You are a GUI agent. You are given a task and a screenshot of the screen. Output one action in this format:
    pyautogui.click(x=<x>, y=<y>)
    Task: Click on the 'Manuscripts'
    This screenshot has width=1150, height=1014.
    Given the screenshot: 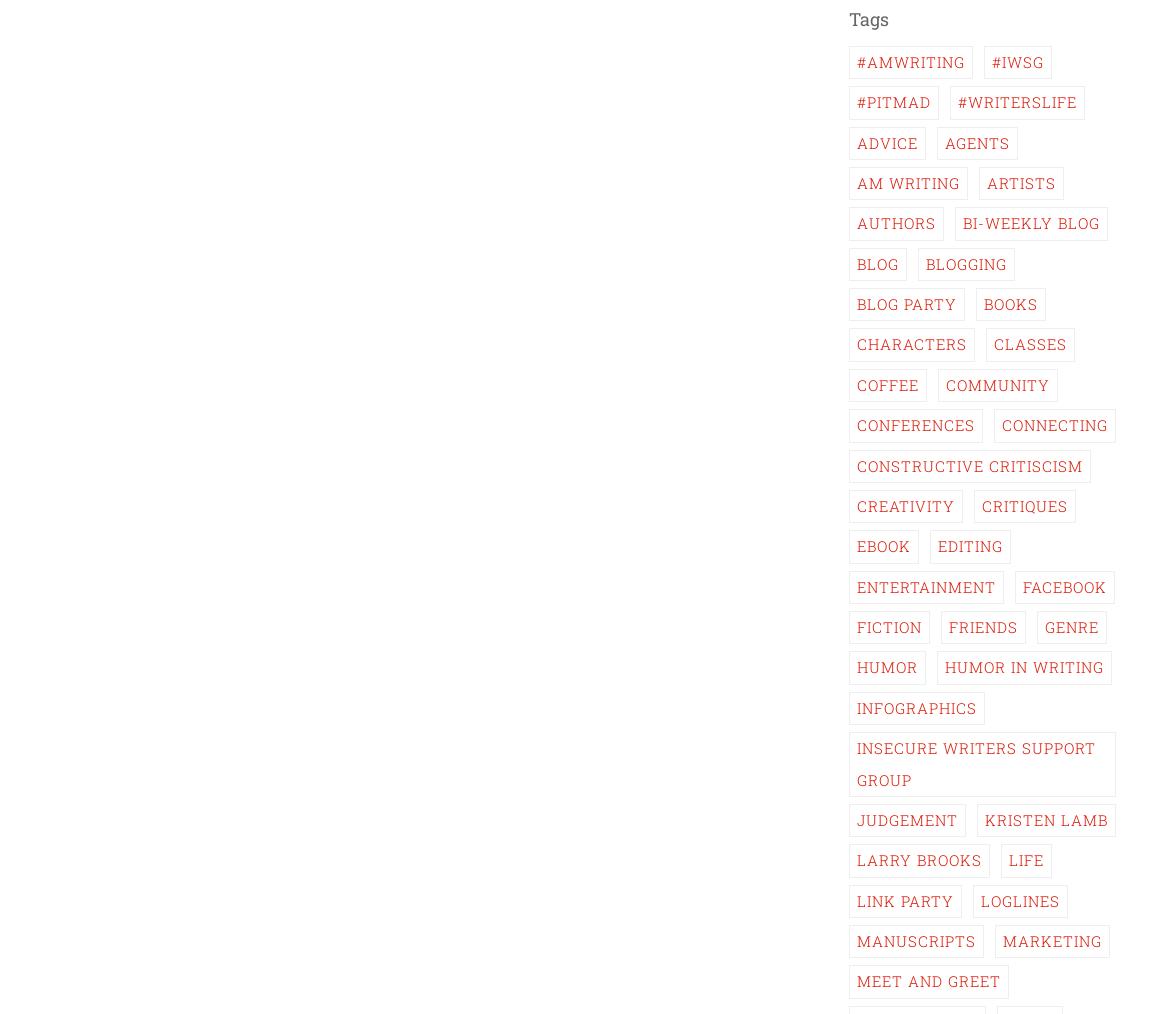 What is the action you would take?
    pyautogui.click(x=916, y=940)
    